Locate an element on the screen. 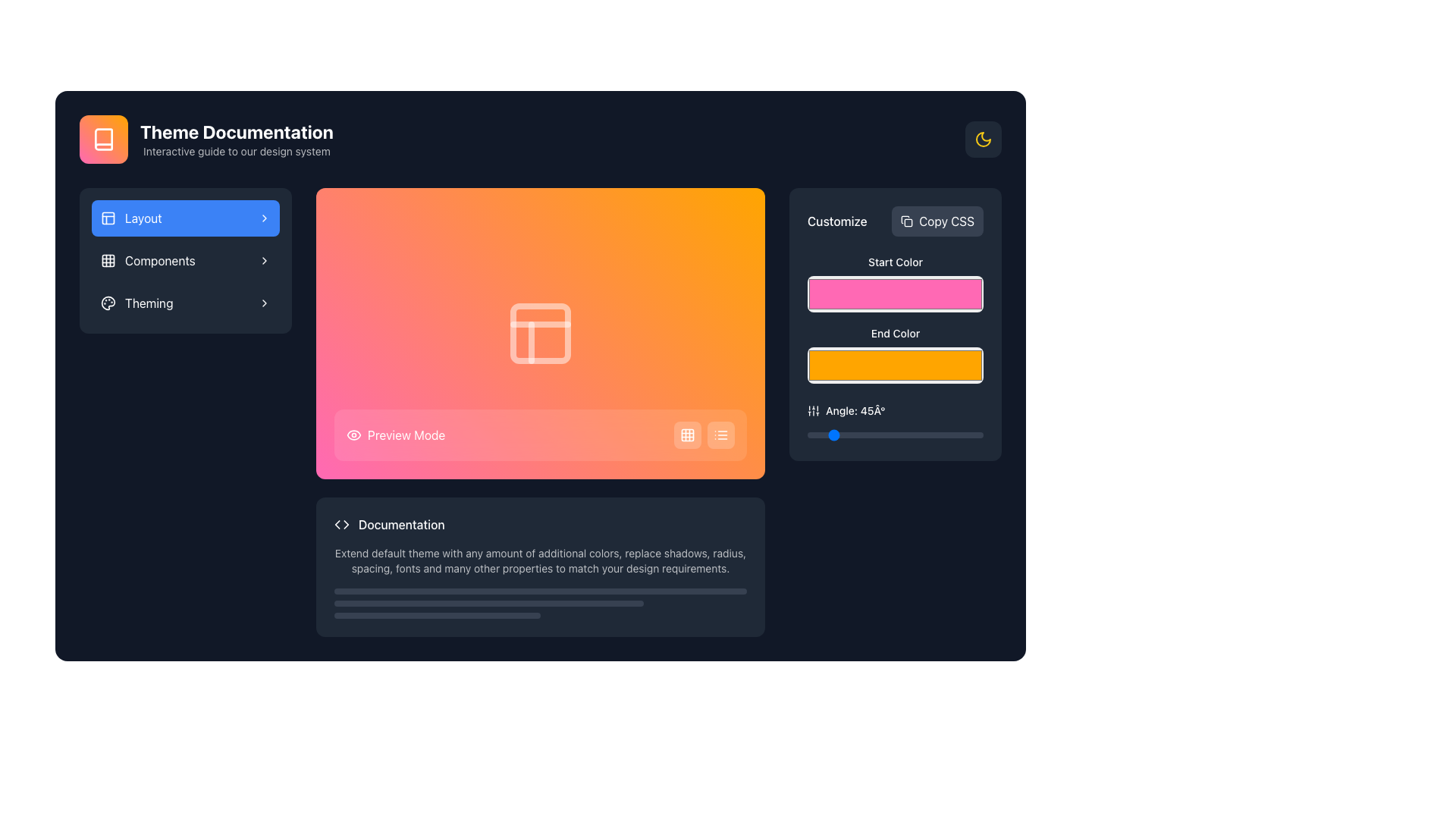  the third and smallest horizontal progress bar, which is gray and located in the bottom part of the interface is located at coordinates (436, 616).